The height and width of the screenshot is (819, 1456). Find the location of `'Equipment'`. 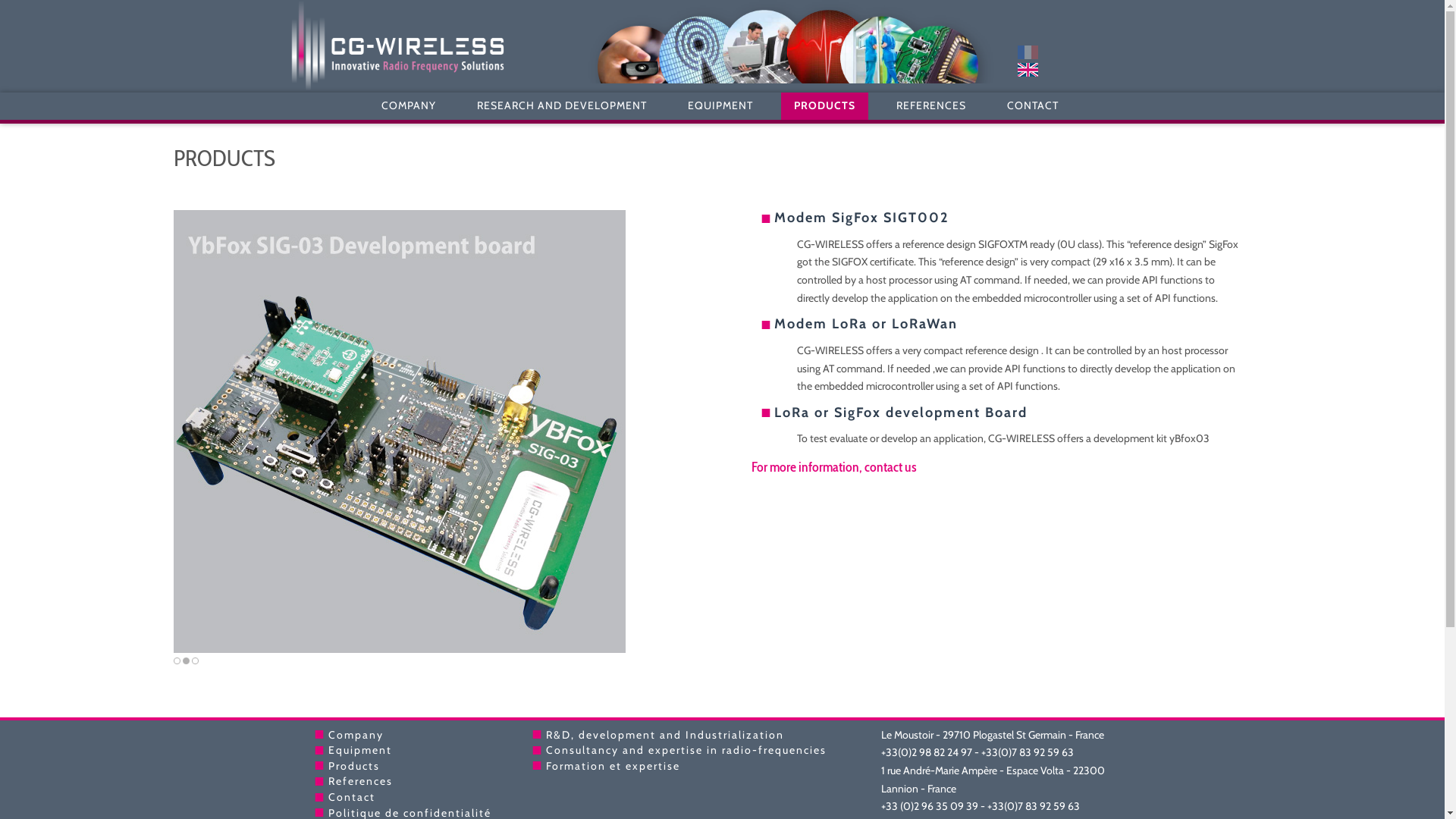

'Equipment' is located at coordinates (359, 748).